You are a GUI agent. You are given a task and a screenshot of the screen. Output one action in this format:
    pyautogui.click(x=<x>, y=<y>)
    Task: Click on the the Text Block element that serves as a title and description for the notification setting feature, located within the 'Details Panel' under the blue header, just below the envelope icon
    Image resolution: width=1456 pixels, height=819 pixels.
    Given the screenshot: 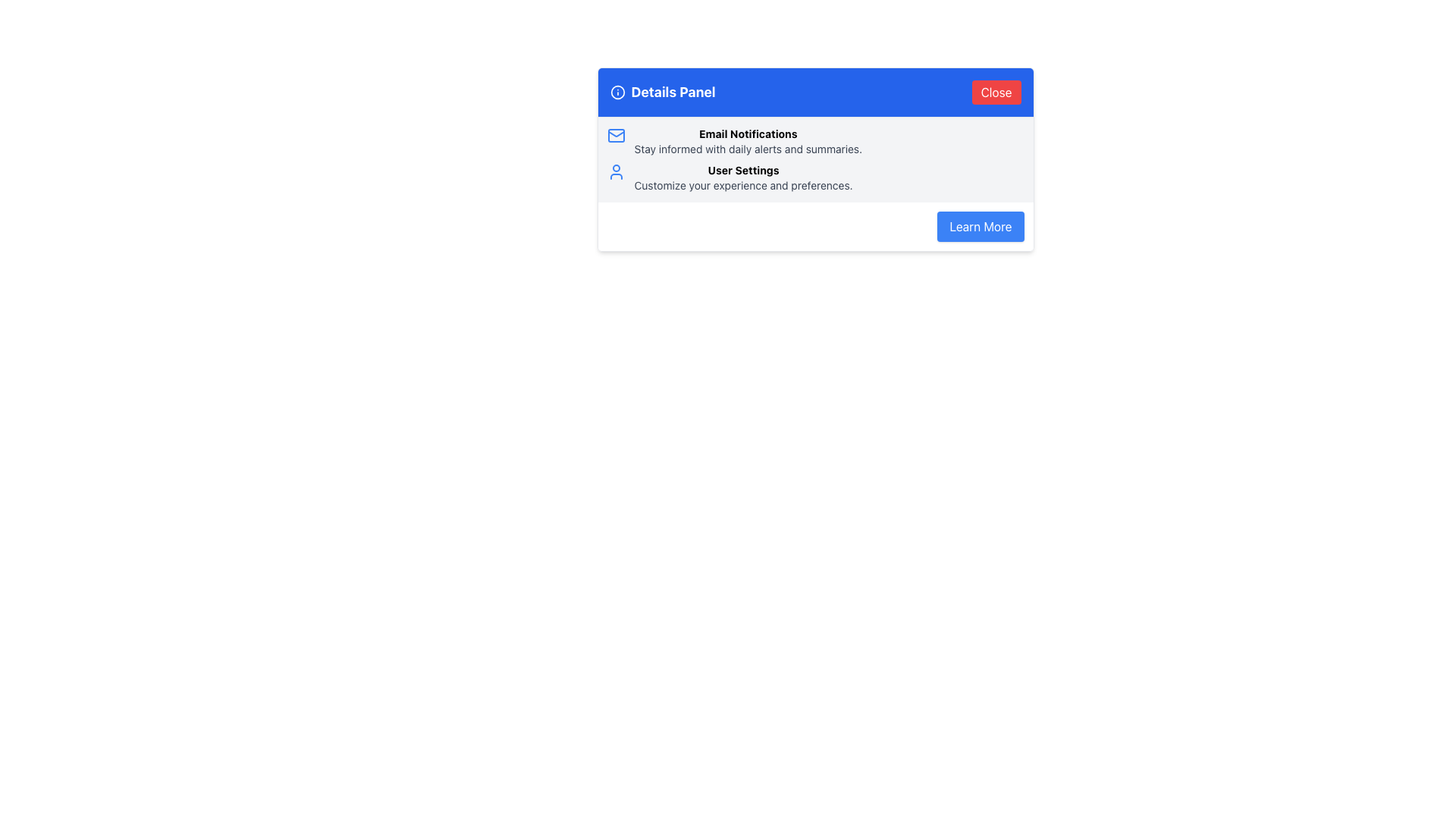 What is the action you would take?
    pyautogui.click(x=748, y=141)
    